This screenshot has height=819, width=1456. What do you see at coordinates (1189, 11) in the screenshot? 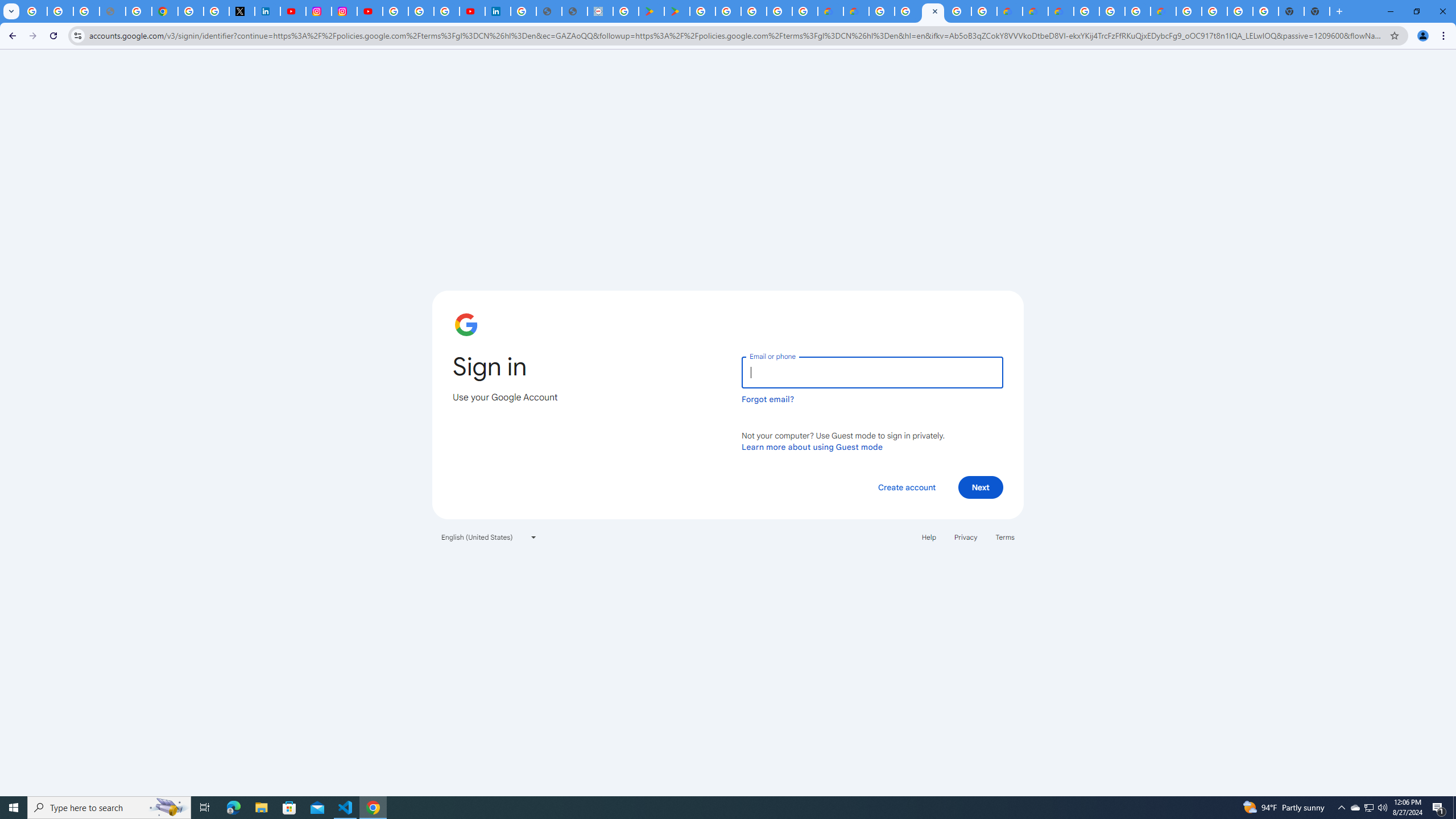
I see `'Google Cloud Platform'` at bounding box center [1189, 11].